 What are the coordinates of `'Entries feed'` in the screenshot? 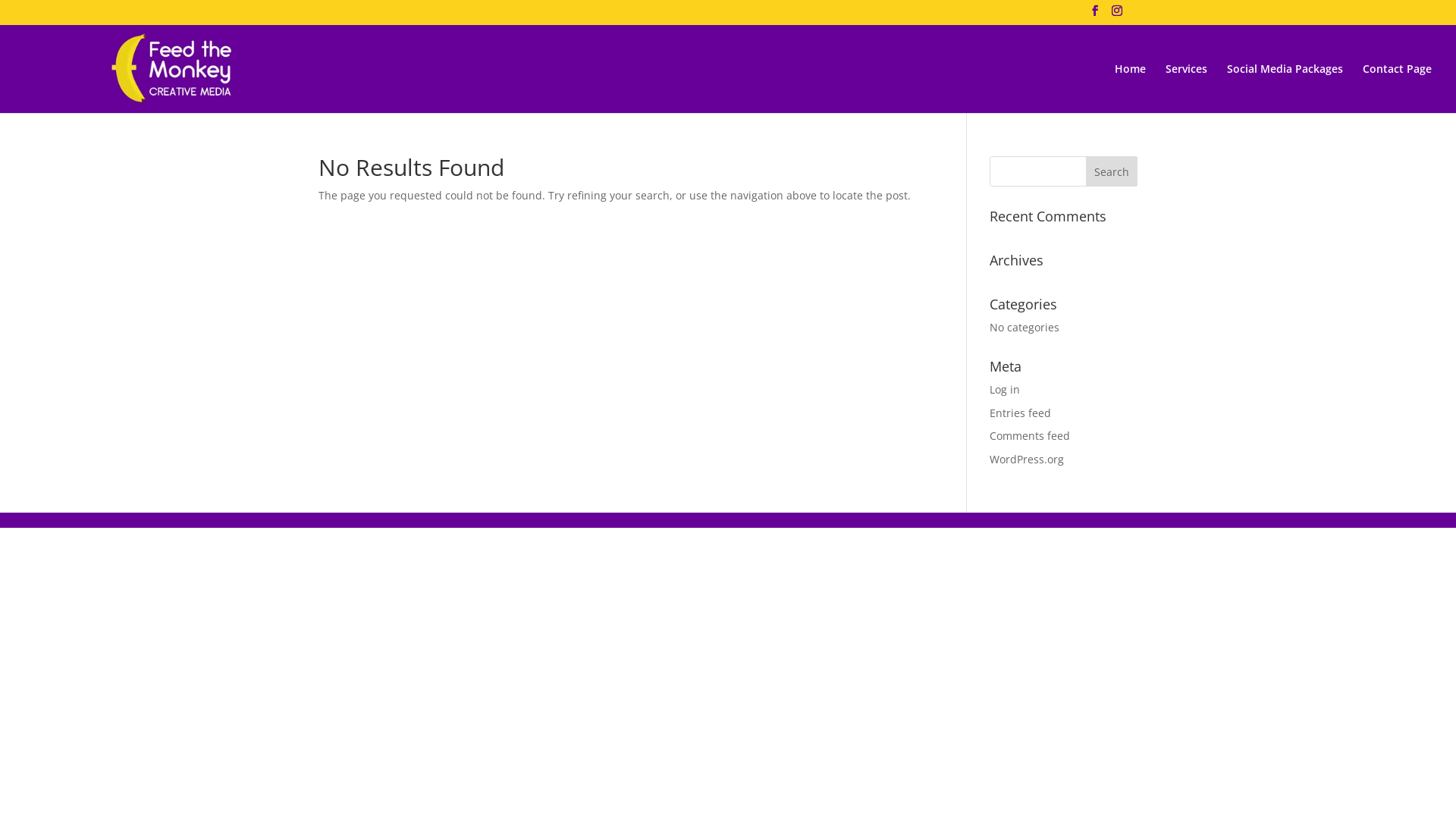 It's located at (1020, 413).